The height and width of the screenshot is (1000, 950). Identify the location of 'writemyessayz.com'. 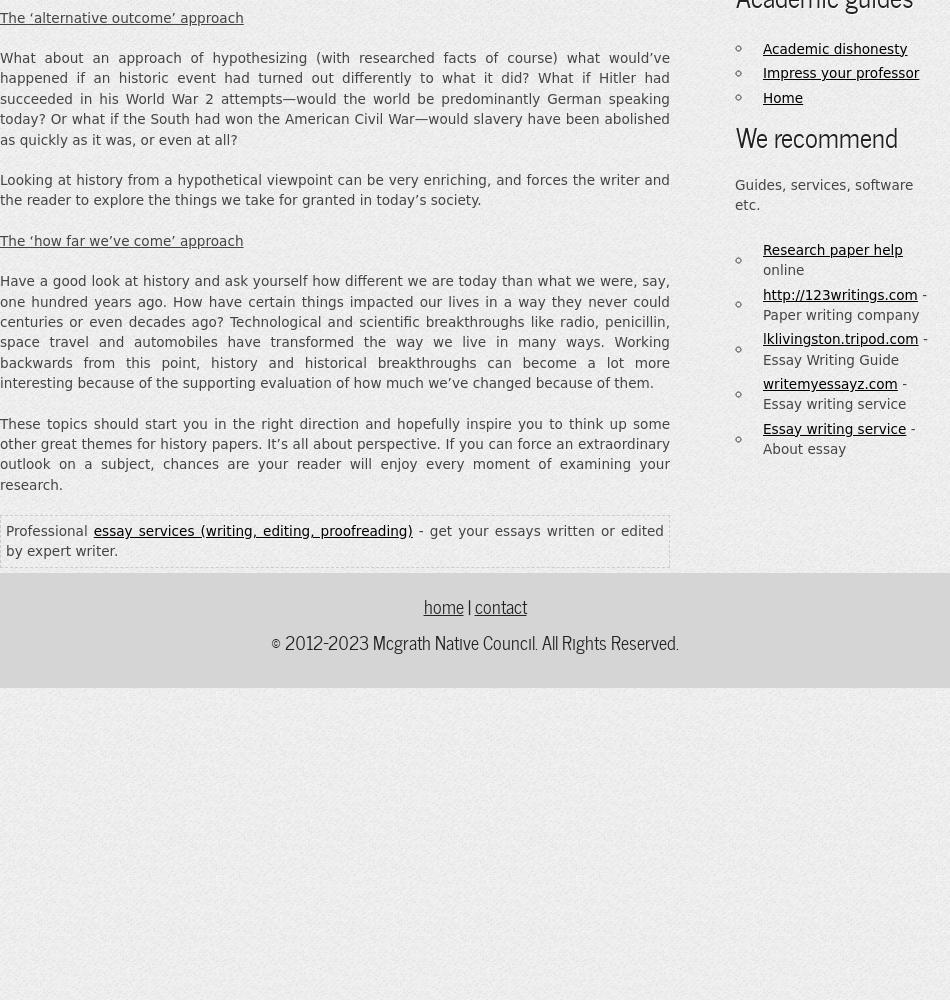
(829, 384).